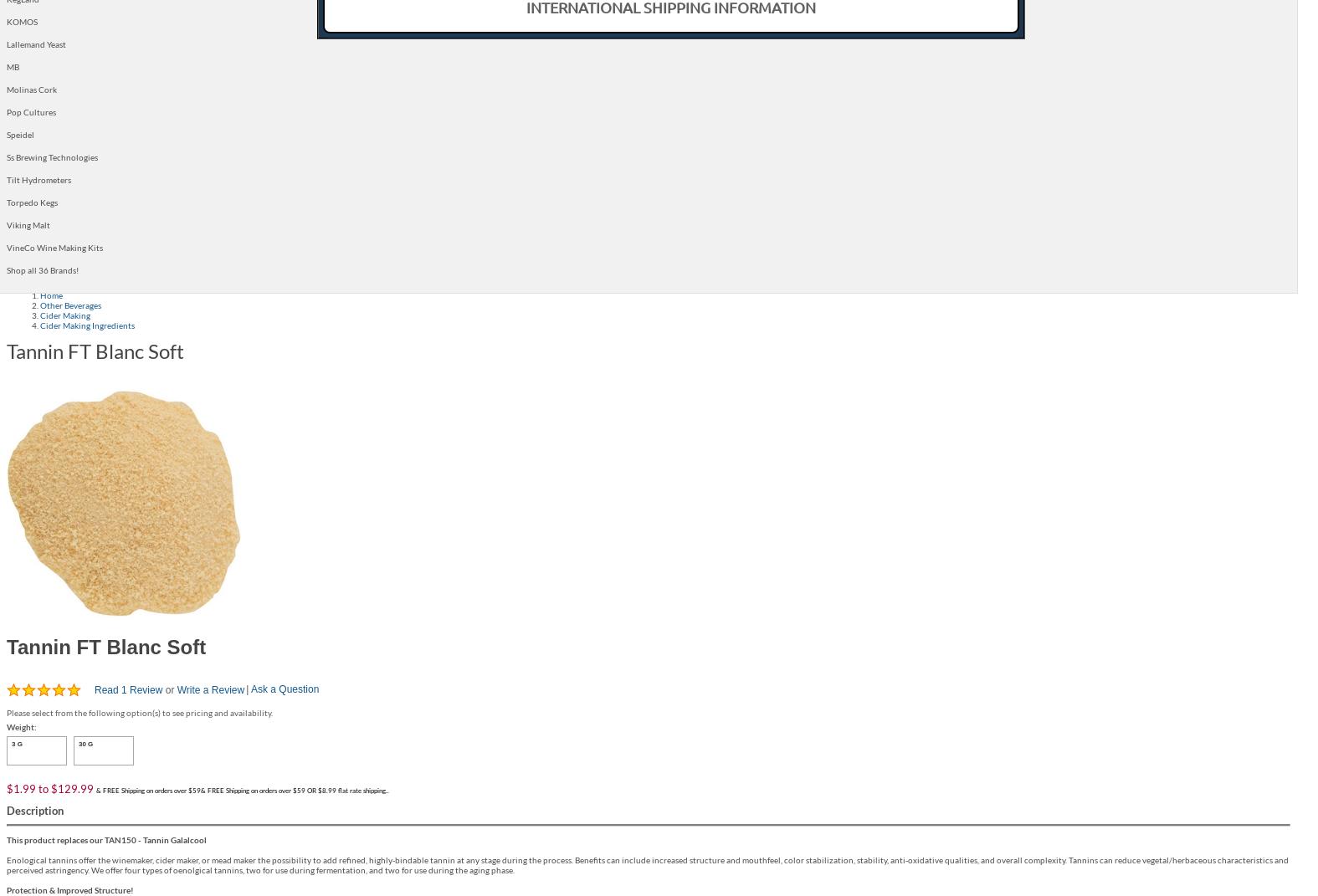 The width and height of the screenshot is (1318, 896). What do you see at coordinates (106, 838) in the screenshot?
I see `'This product replaces our TAN150 - Tannin Galalcool'` at bounding box center [106, 838].